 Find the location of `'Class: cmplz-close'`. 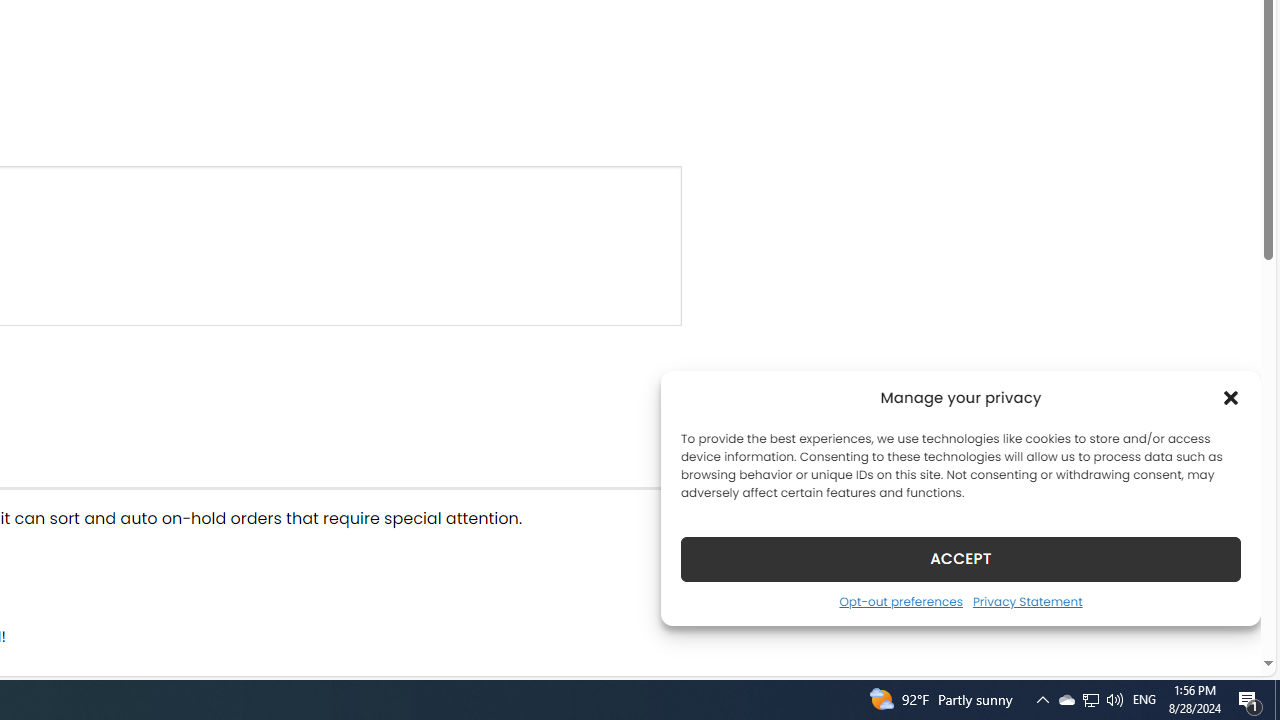

'Class: cmplz-close' is located at coordinates (1230, 397).